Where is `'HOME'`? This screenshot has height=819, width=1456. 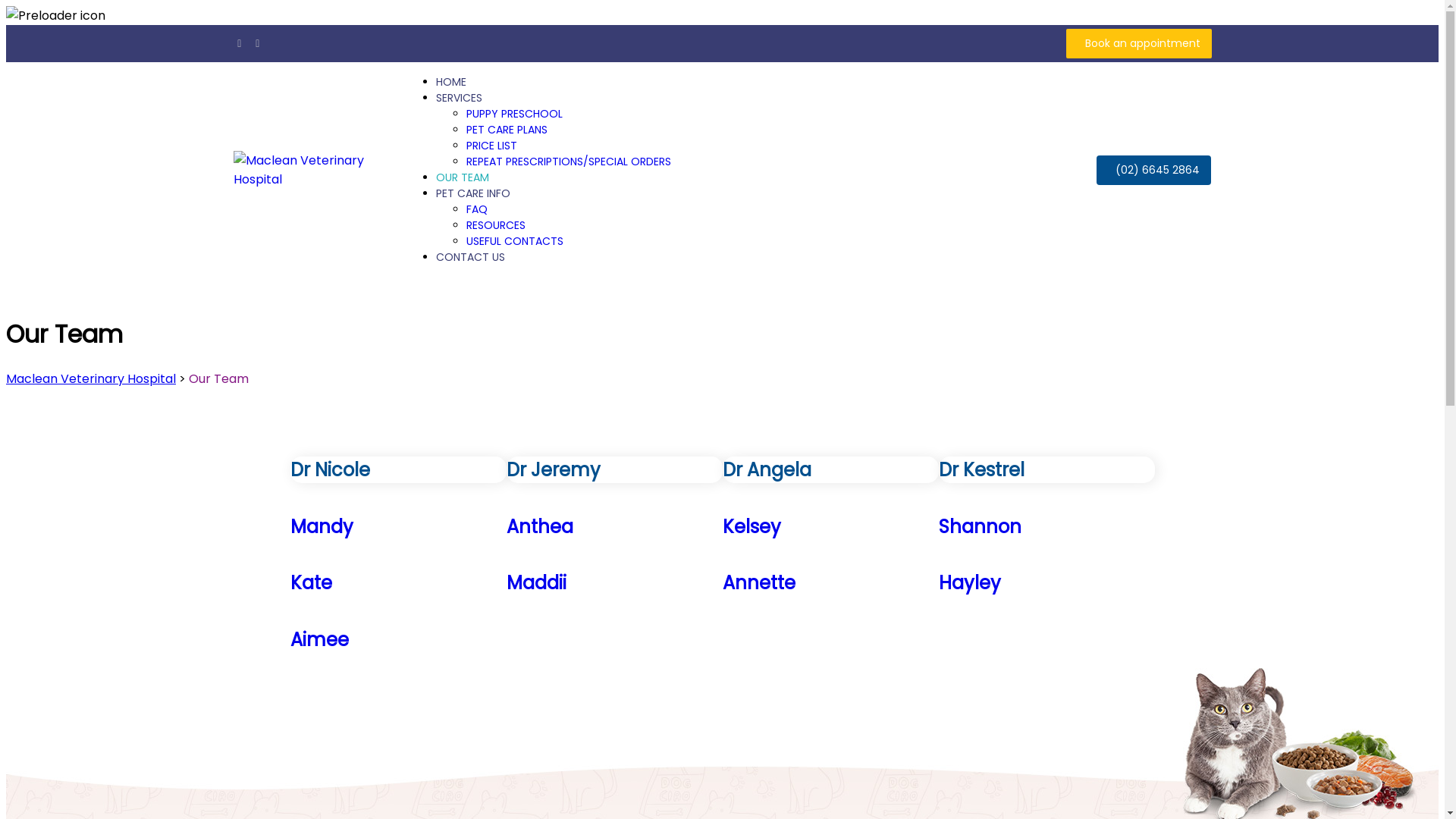 'HOME' is located at coordinates (450, 82).